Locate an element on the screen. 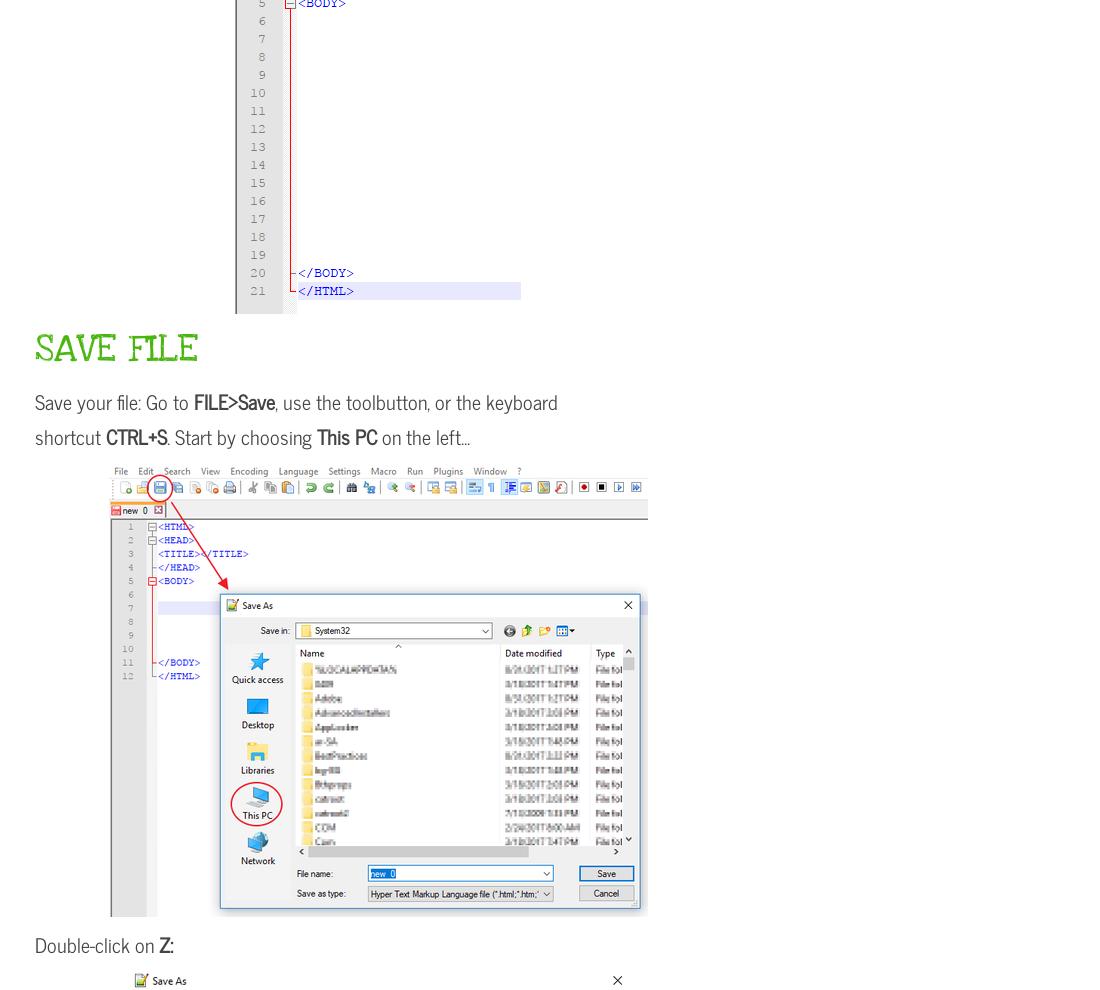  ', use the toolbutton, or the keyboard shortcut' is located at coordinates (295, 417).